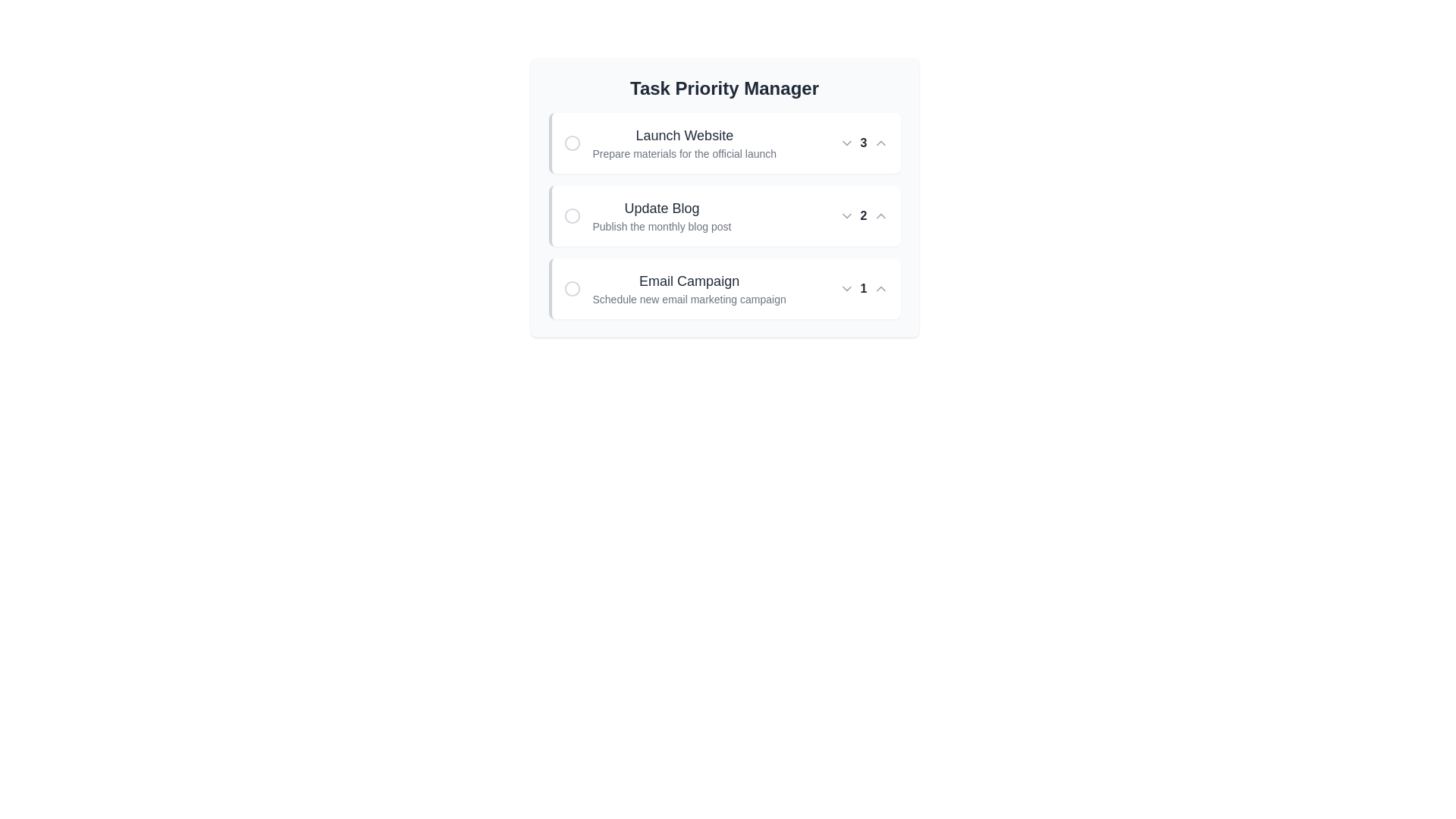 The width and height of the screenshot is (1456, 819). Describe the element at coordinates (723, 143) in the screenshot. I see `the first task card in the 'Task Priority Manager' section, which displays the task's title, description, and current priority value` at that location.